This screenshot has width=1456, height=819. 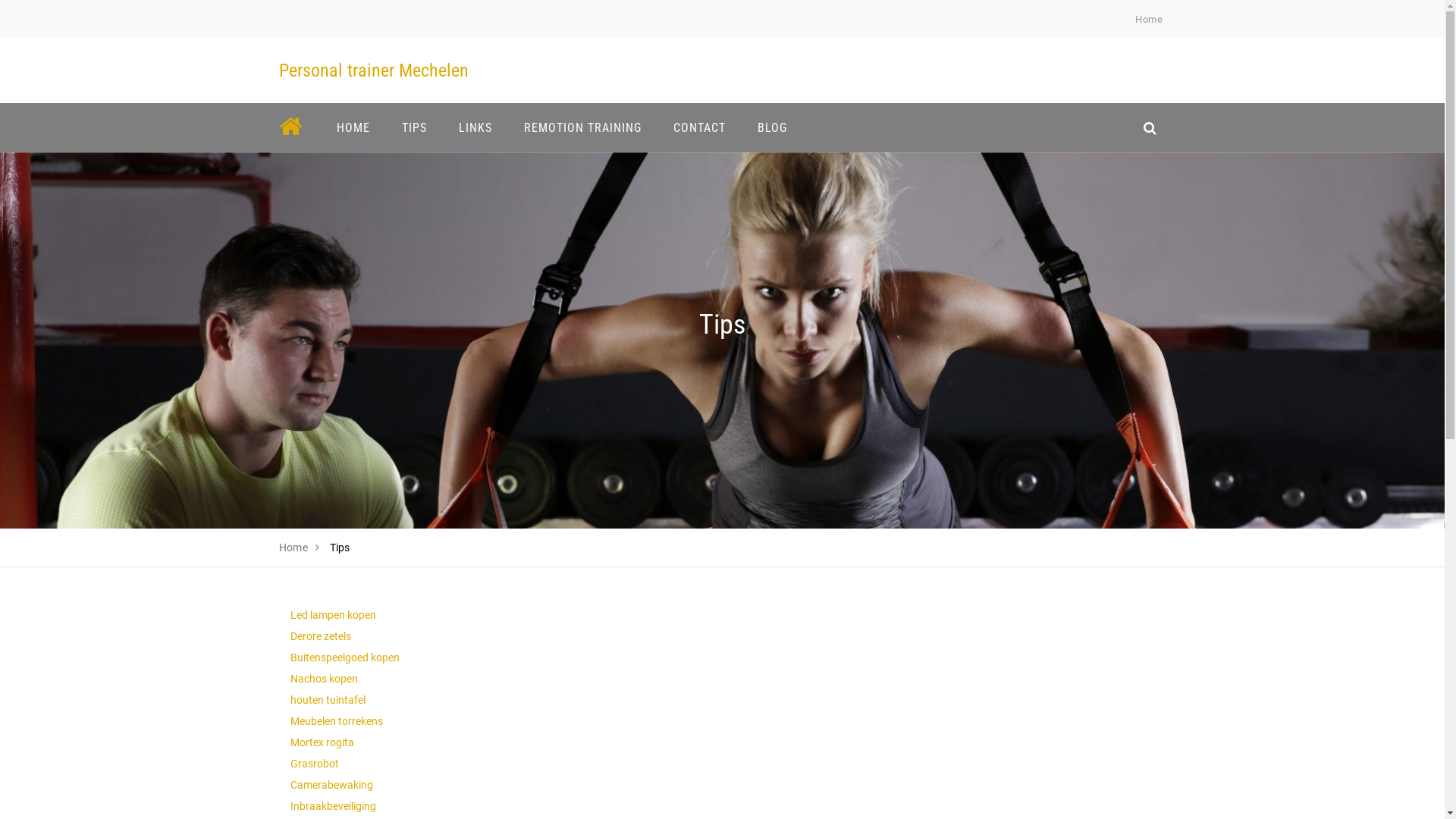 I want to click on 'REMOTION TRAINING', so click(x=582, y=127).